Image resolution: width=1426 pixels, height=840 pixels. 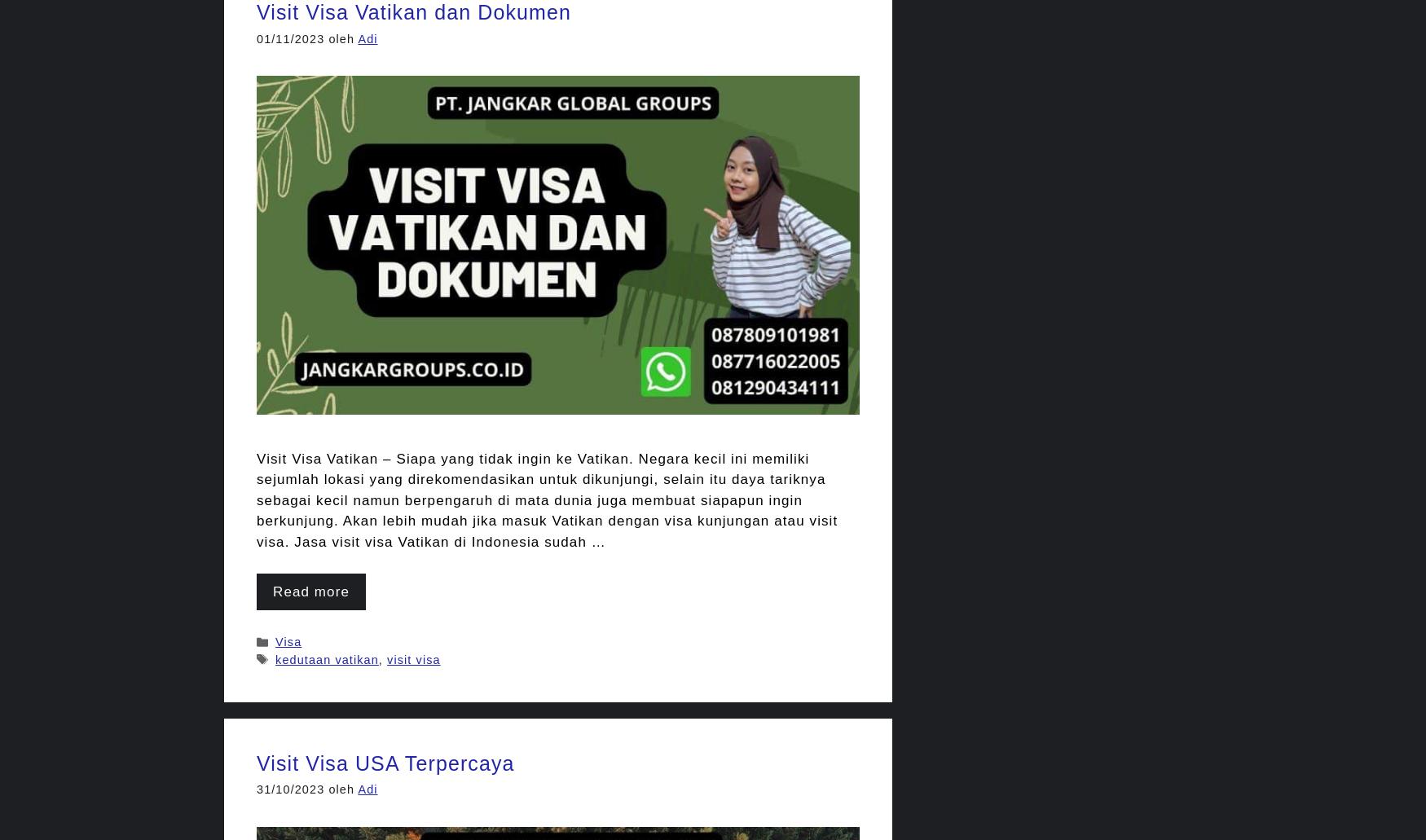 I want to click on 'Visit Visa Vatikan dan Dokumen', so click(x=412, y=11).